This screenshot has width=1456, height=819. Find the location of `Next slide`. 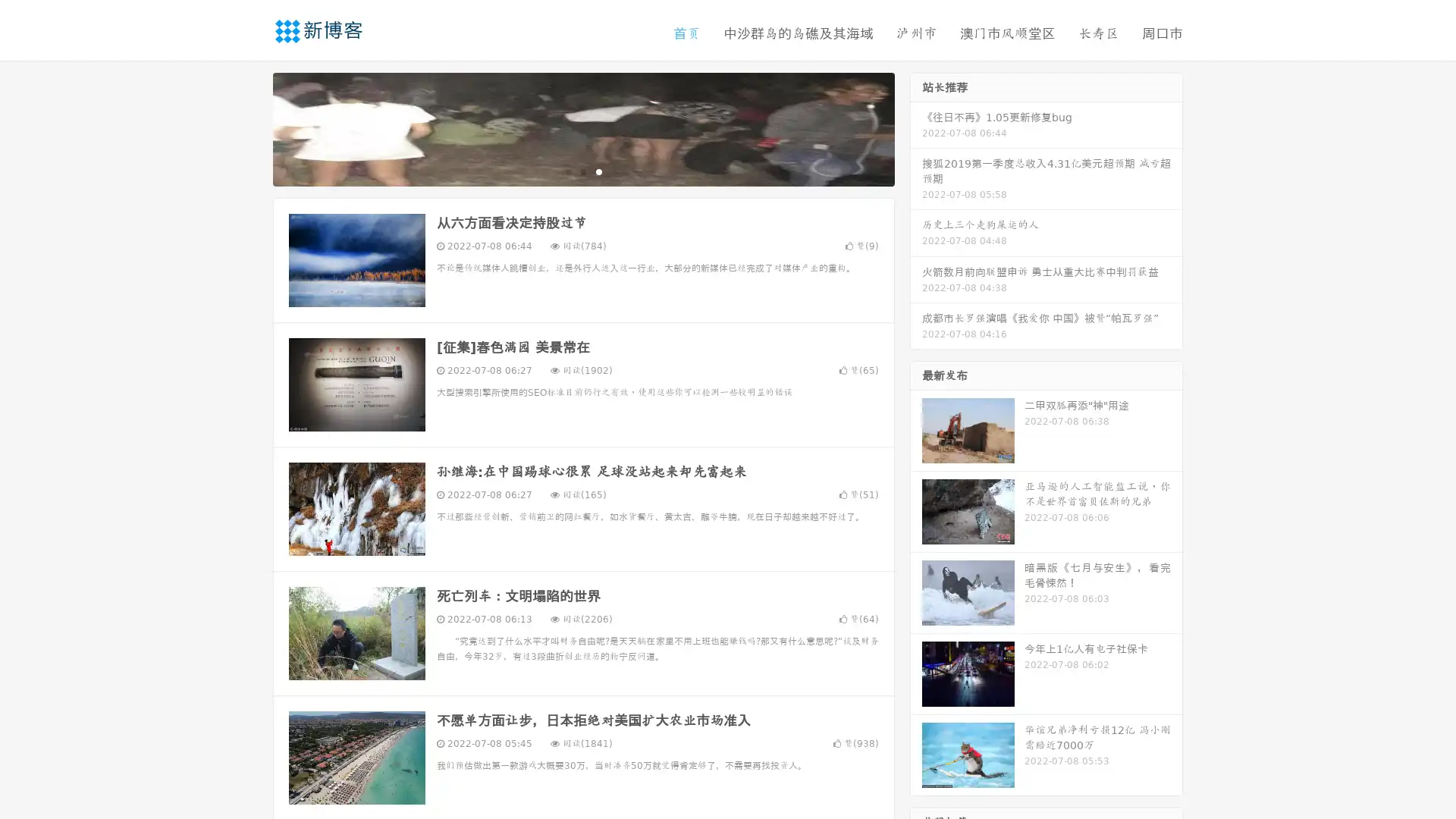

Next slide is located at coordinates (916, 127).